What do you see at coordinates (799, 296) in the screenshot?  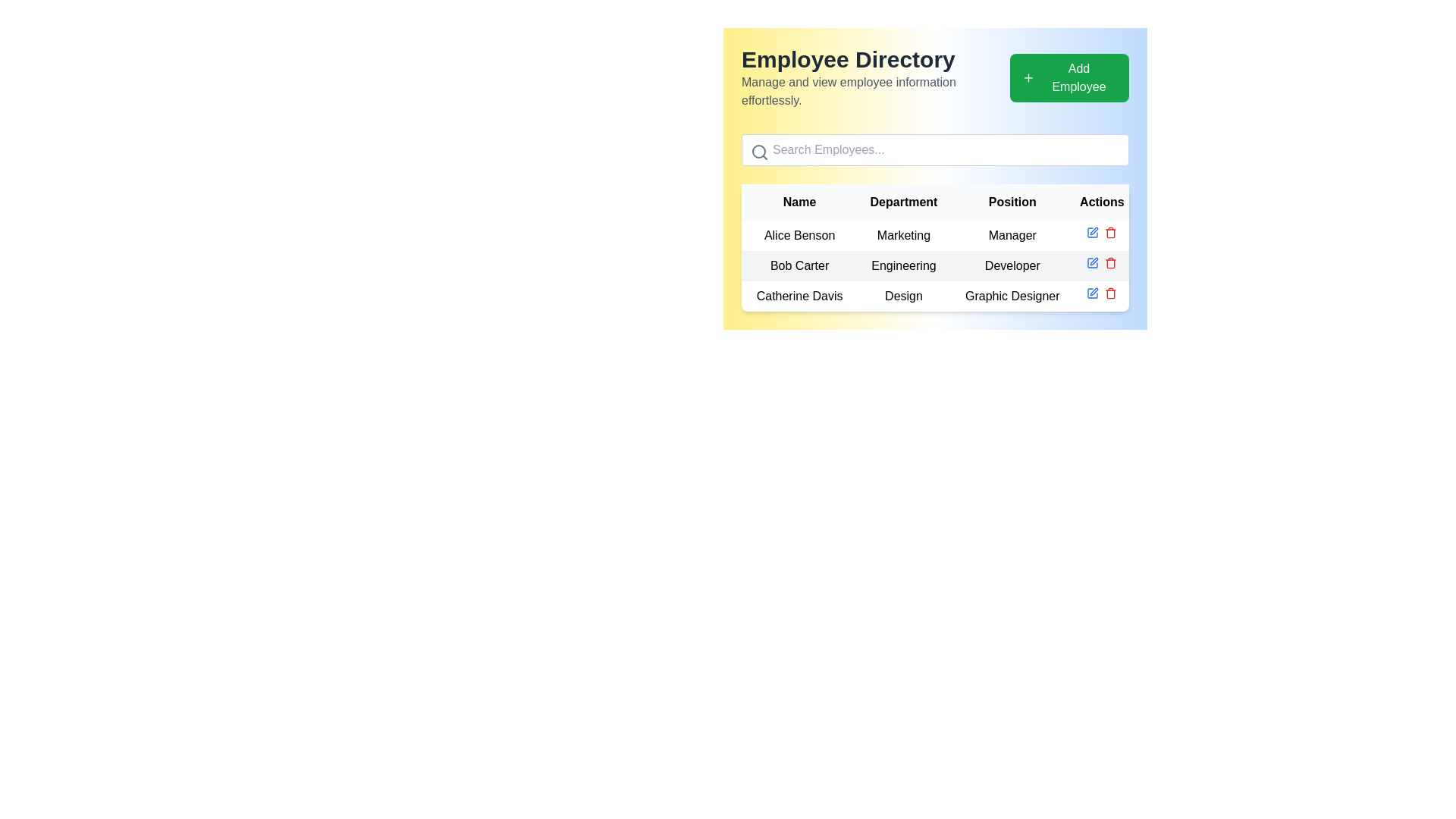 I see `the Text label displaying 'Catherine Davis' in the 'Name' column of the third row in the Employee Directory section` at bounding box center [799, 296].